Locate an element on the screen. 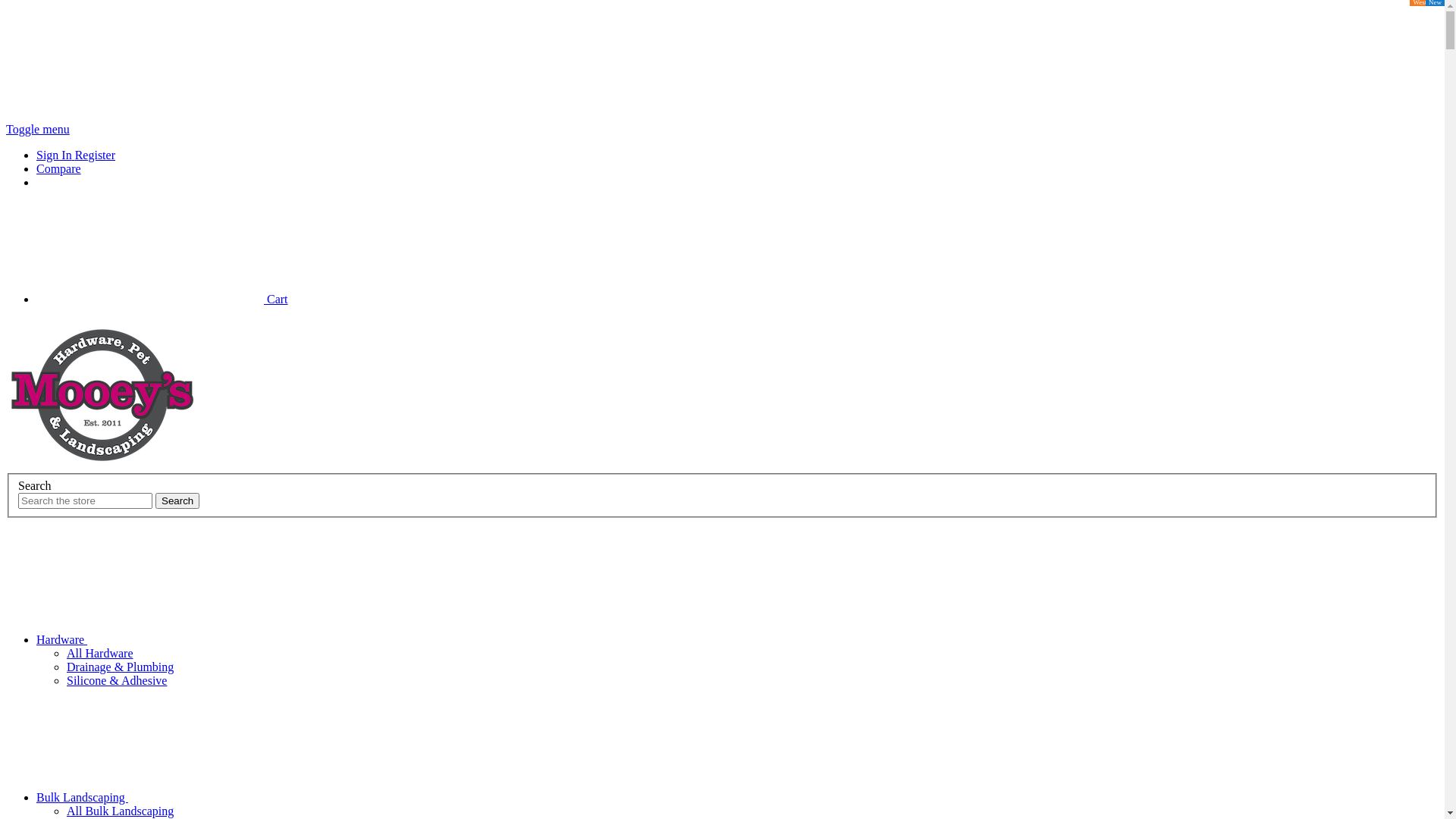  'Toggle menu' is located at coordinates (37, 128).